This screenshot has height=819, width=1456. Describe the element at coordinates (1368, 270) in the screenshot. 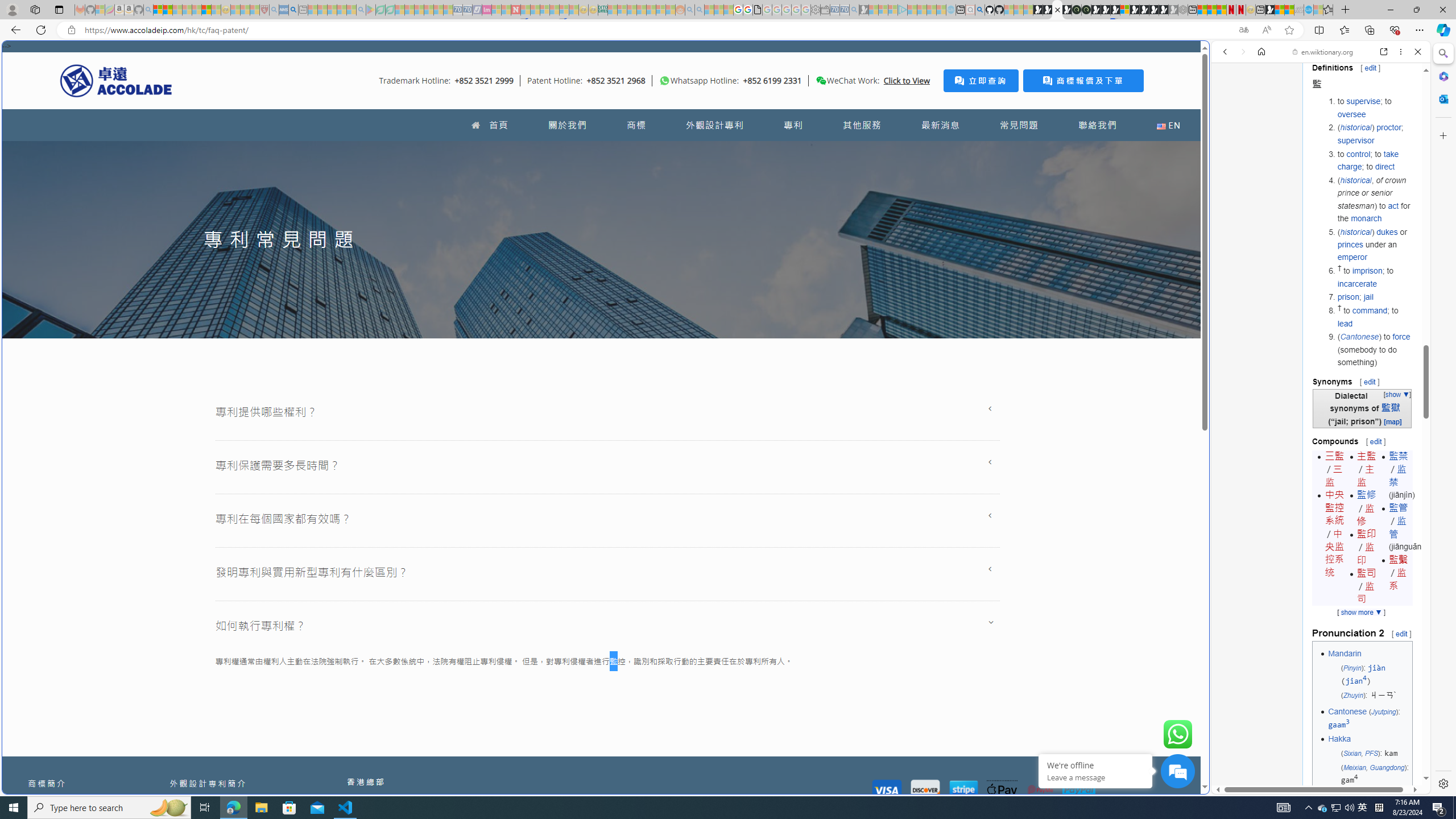

I see `'imprison'` at that location.